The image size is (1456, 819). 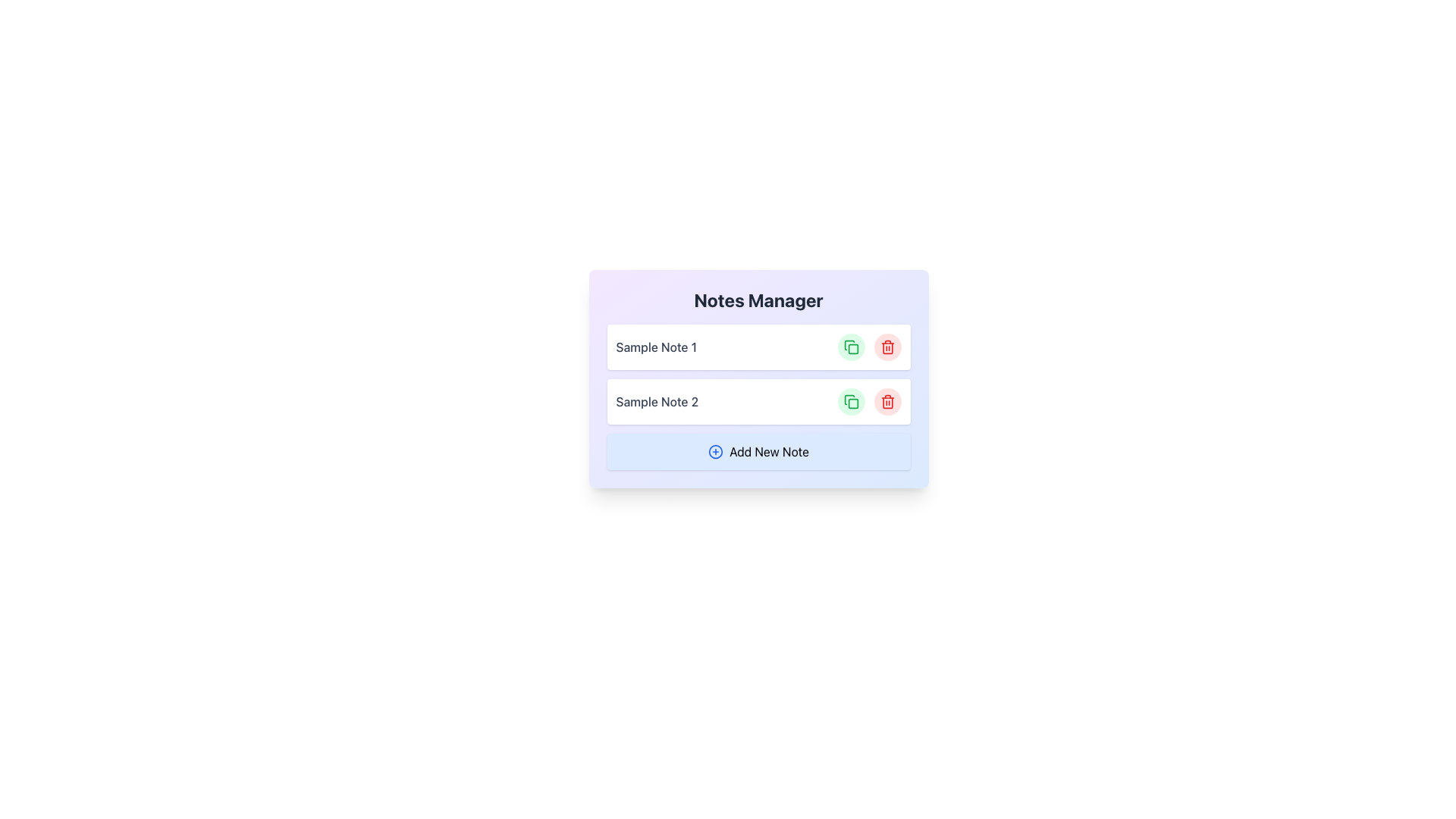 What do you see at coordinates (887, 400) in the screenshot?
I see `the delete button for 'Sample Note 2'` at bounding box center [887, 400].